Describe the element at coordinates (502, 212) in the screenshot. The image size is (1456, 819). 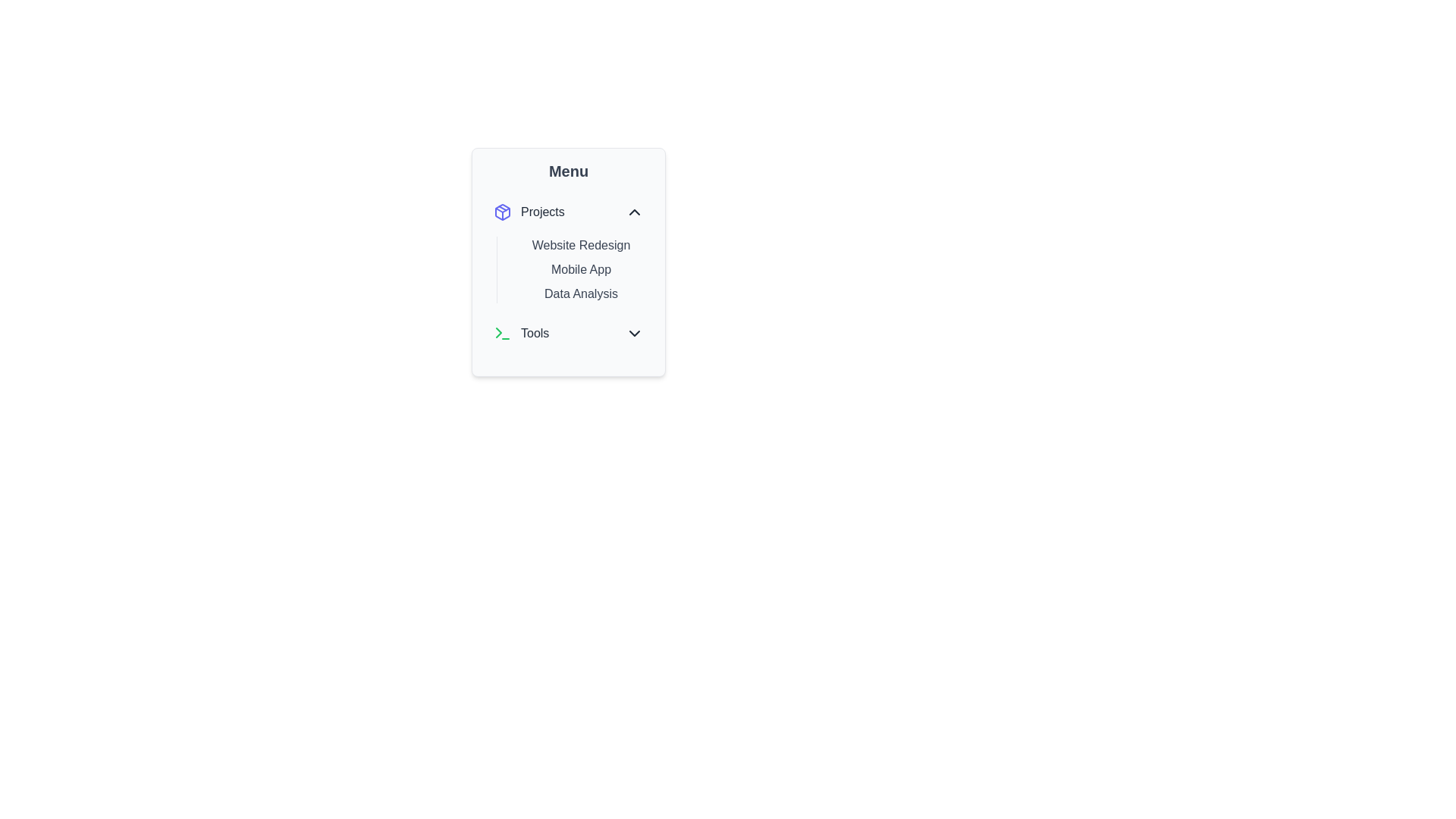
I see `the vibrant indigo colored 3D package icon located to the left of the 'Projects' text in the menu dropdown` at that location.